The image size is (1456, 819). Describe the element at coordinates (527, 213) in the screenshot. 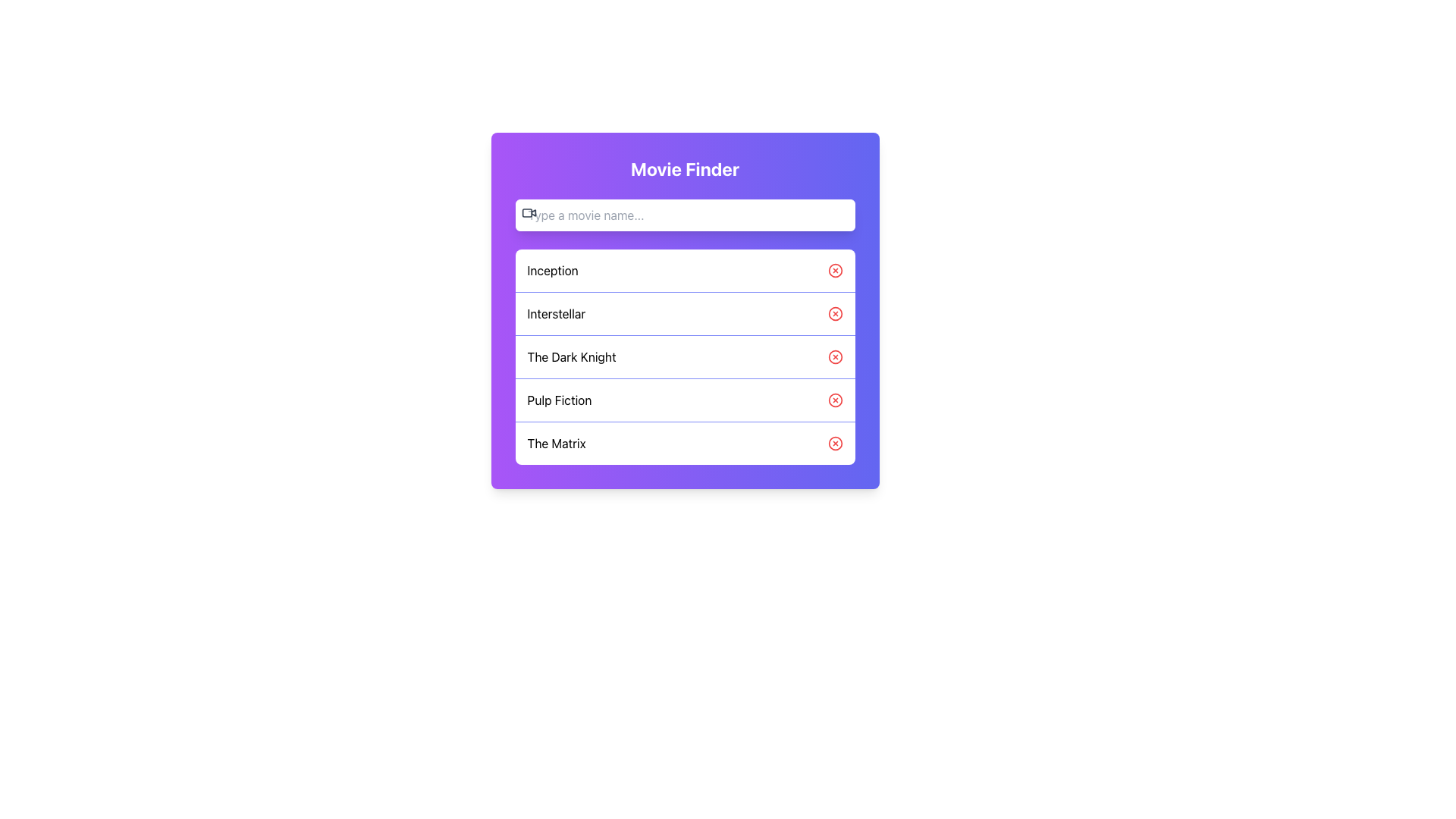

I see `the rectangular graphical icon component with rounded corners located near the top-left corner of the movie name input field` at that location.